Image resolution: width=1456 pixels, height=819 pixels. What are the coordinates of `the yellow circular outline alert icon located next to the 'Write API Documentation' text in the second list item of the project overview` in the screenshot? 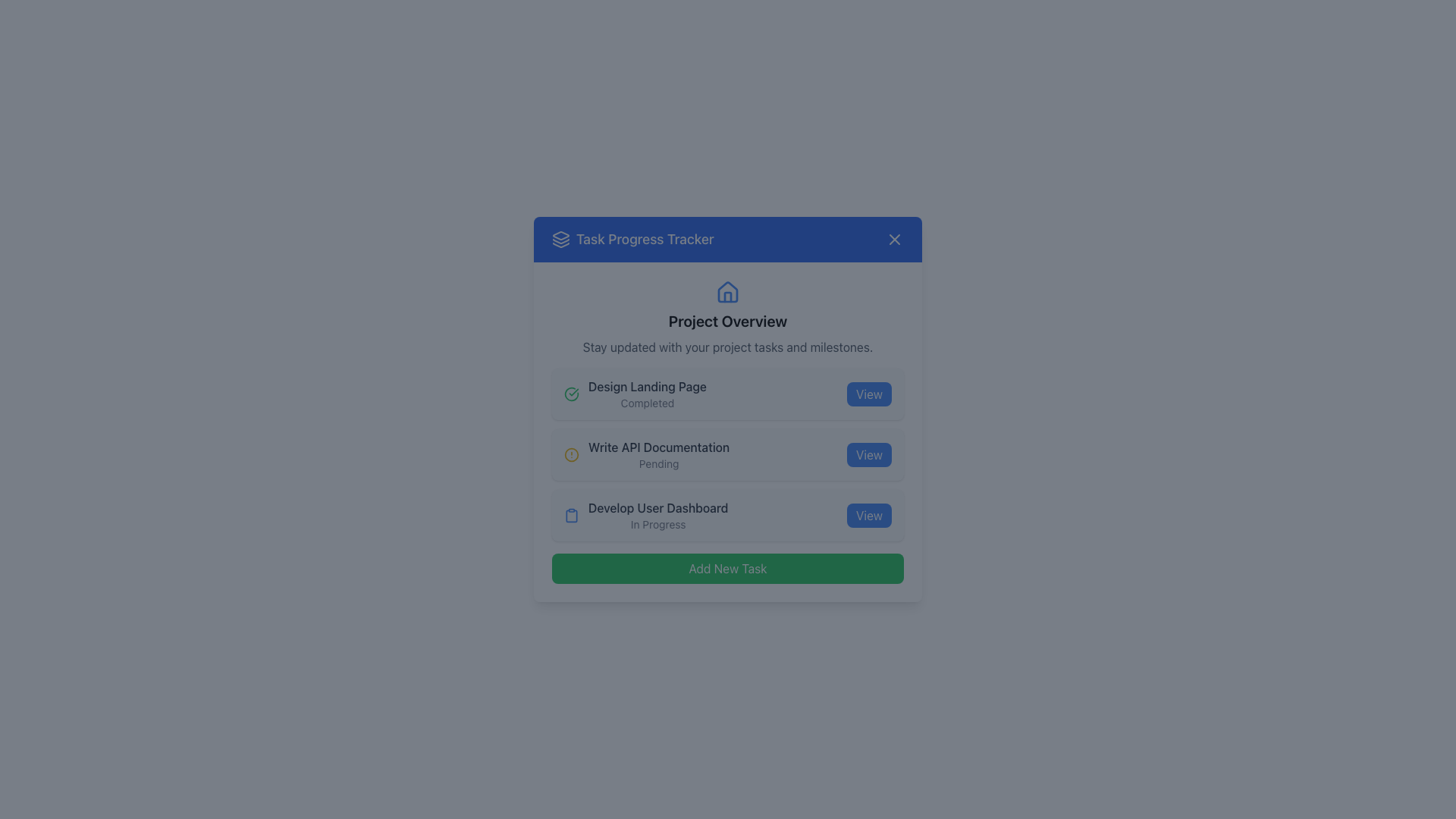 It's located at (570, 454).